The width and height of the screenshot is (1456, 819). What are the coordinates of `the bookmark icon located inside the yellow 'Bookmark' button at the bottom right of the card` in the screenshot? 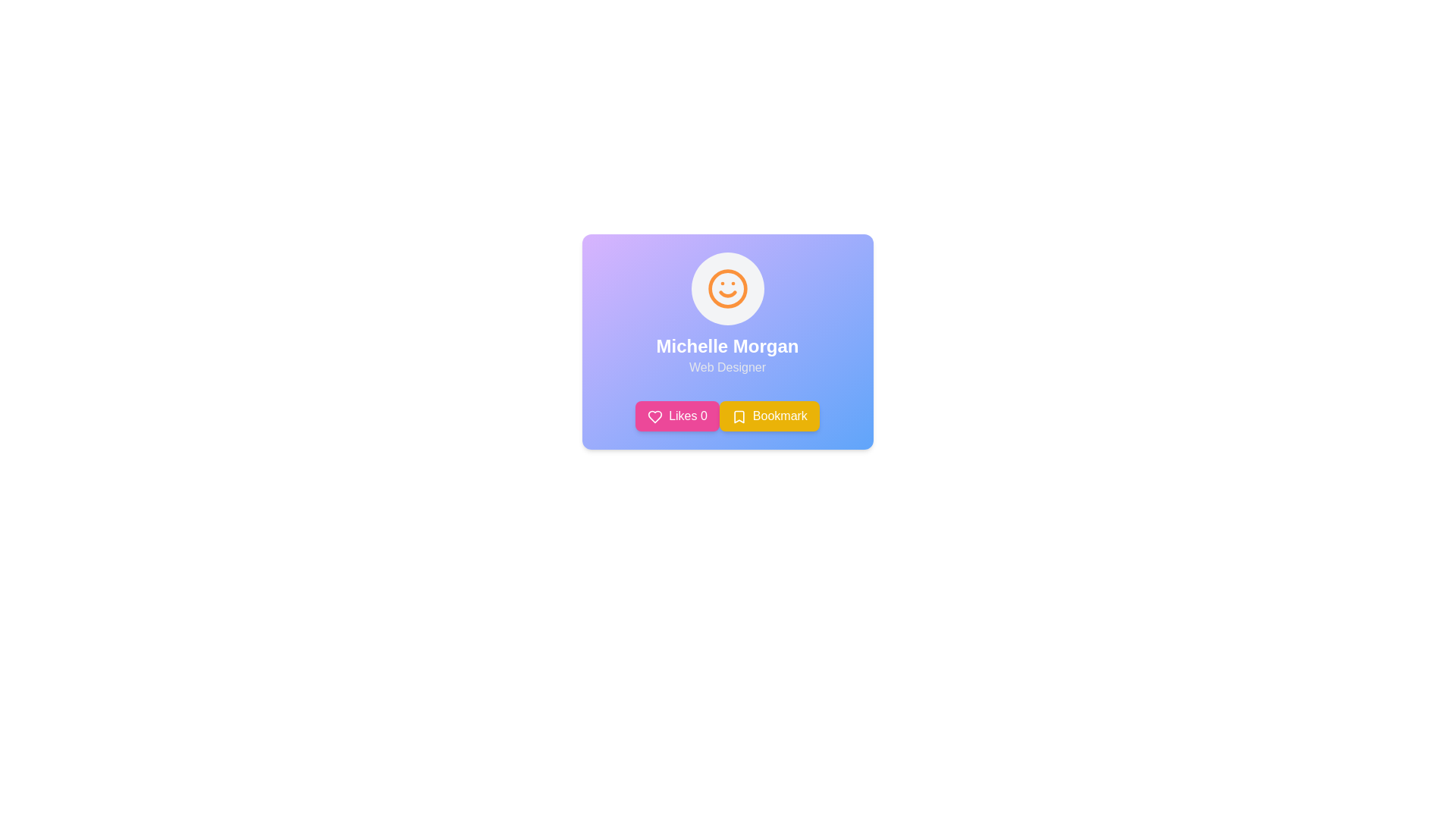 It's located at (739, 416).